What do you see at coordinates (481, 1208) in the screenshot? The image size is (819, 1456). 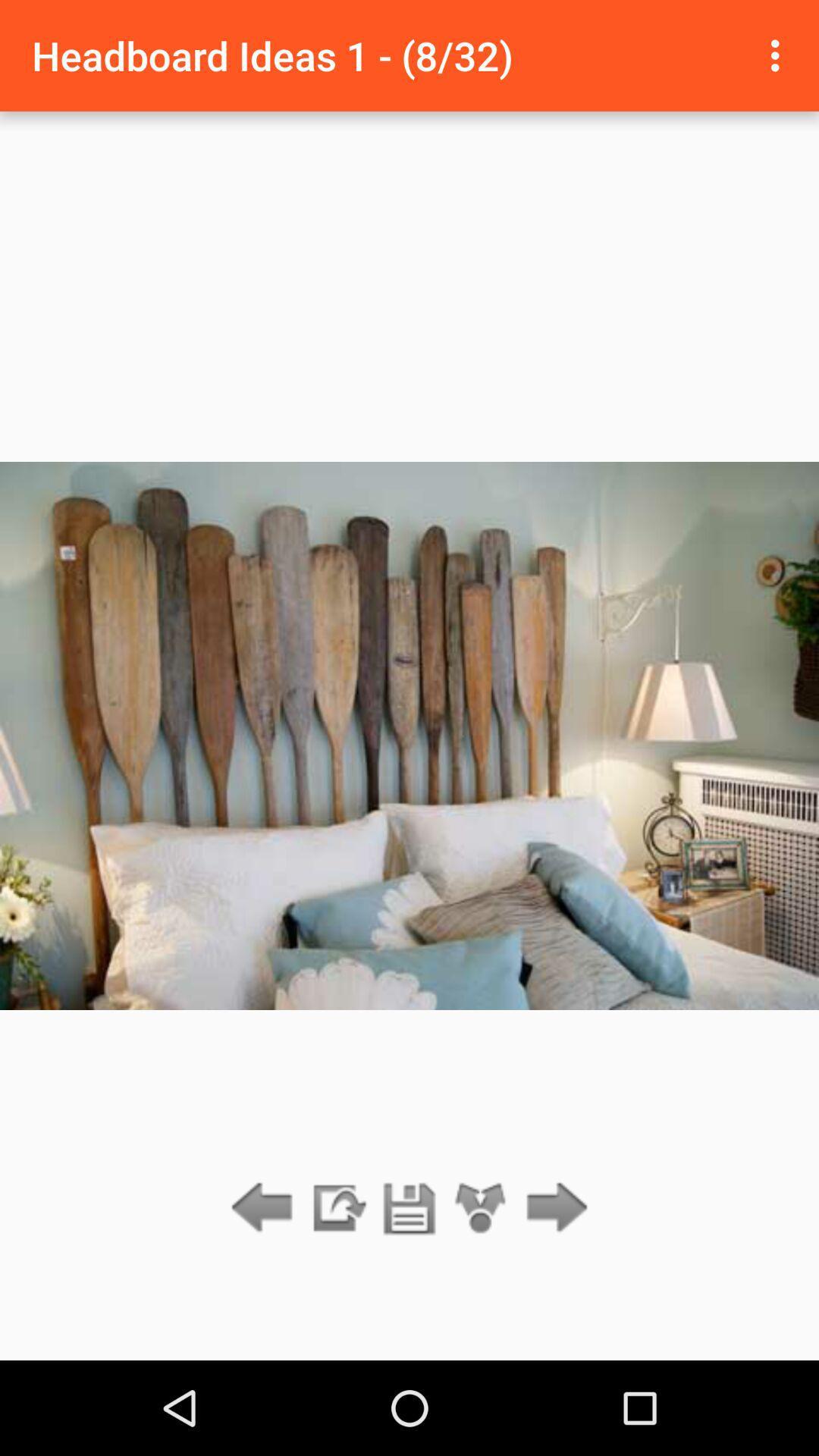 I see `share photo` at bounding box center [481, 1208].